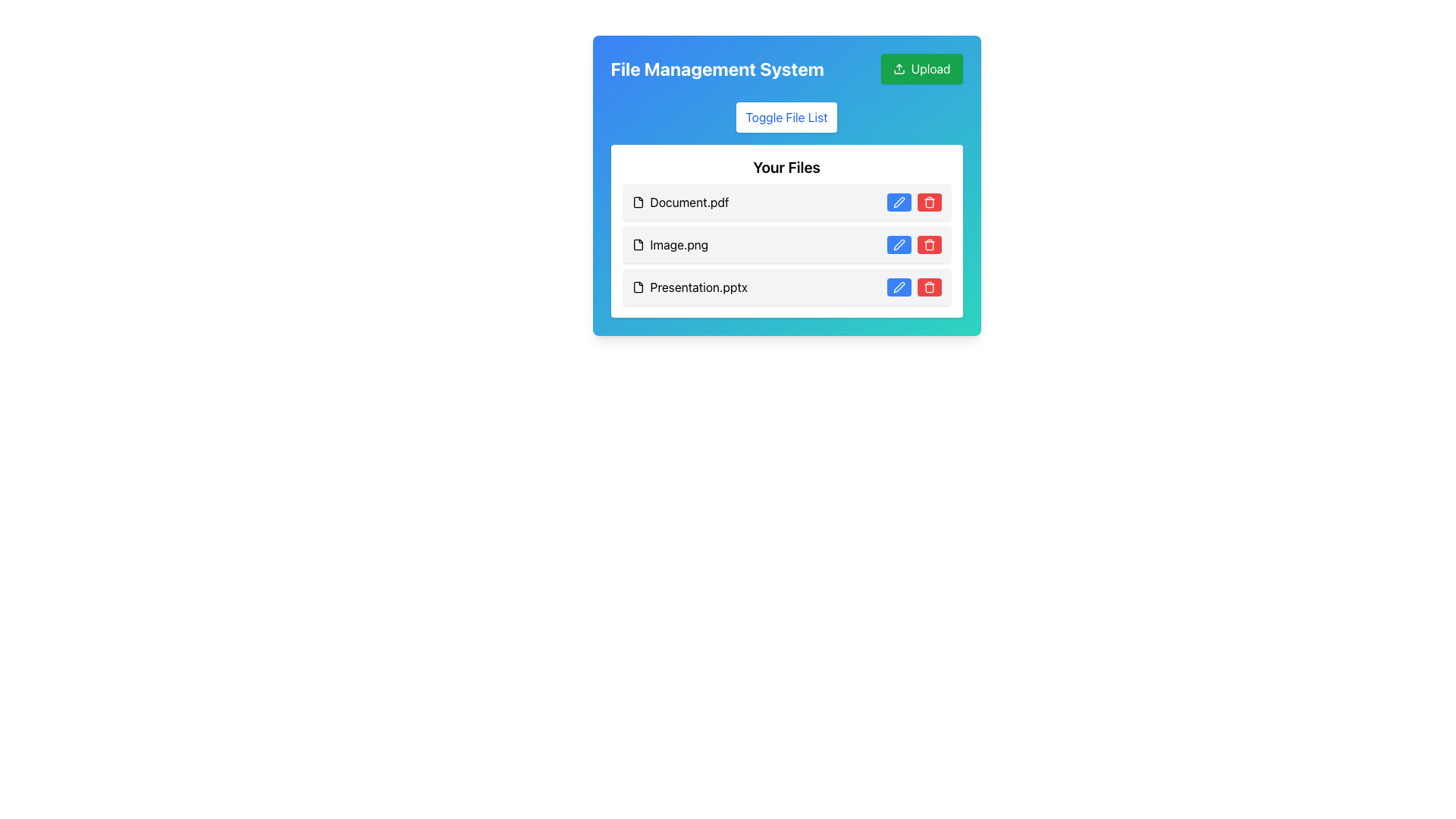 This screenshot has height=819, width=1456. Describe the element at coordinates (899, 201) in the screenshot. I see `the edit button located in the first row of the file list, which is positioned on the right side of the row and is the first interactive button on the left of the adjacent red trash icon button` at that location.